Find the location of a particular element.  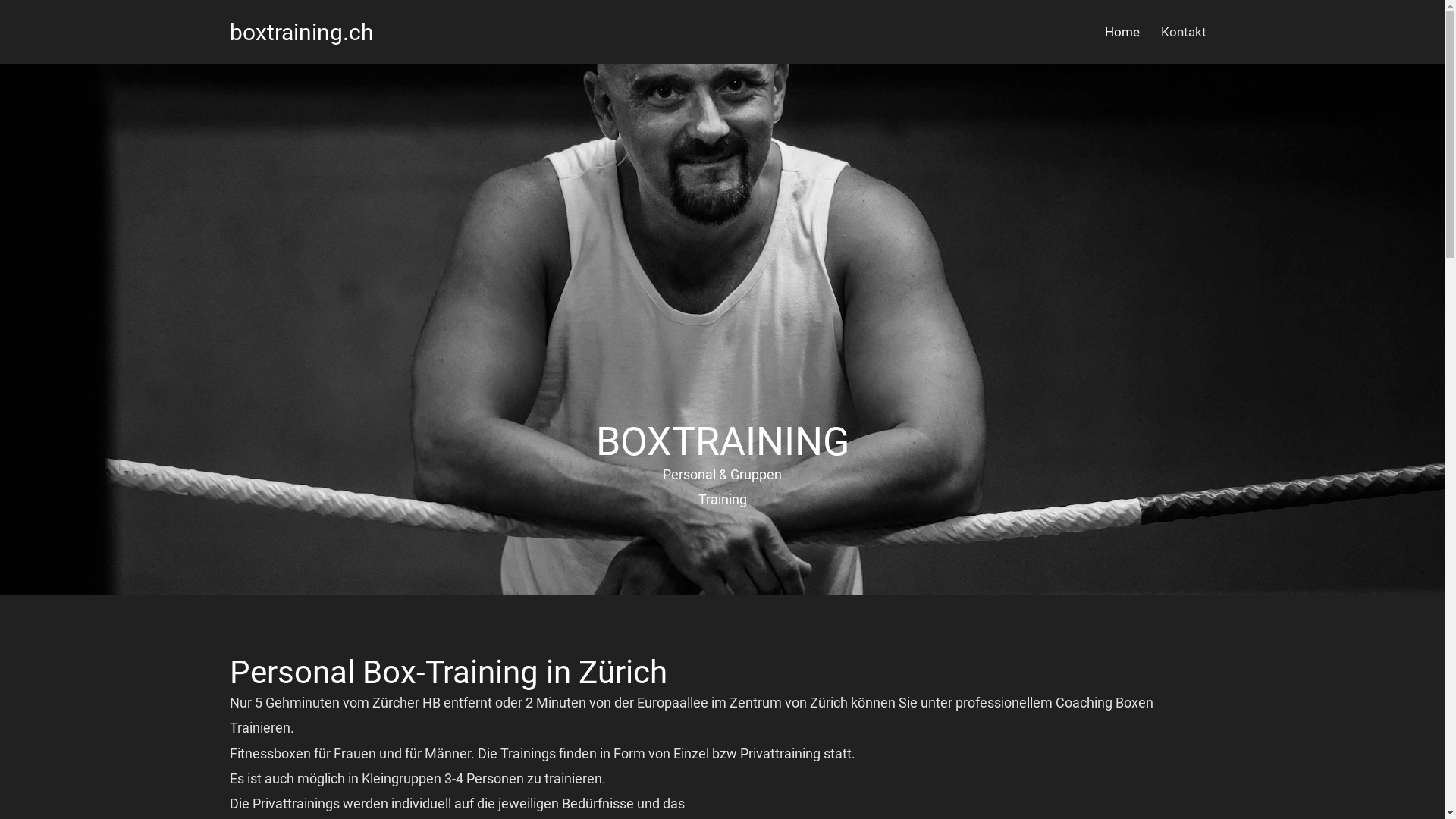

'Home' is located at coordinates (1121, 32).